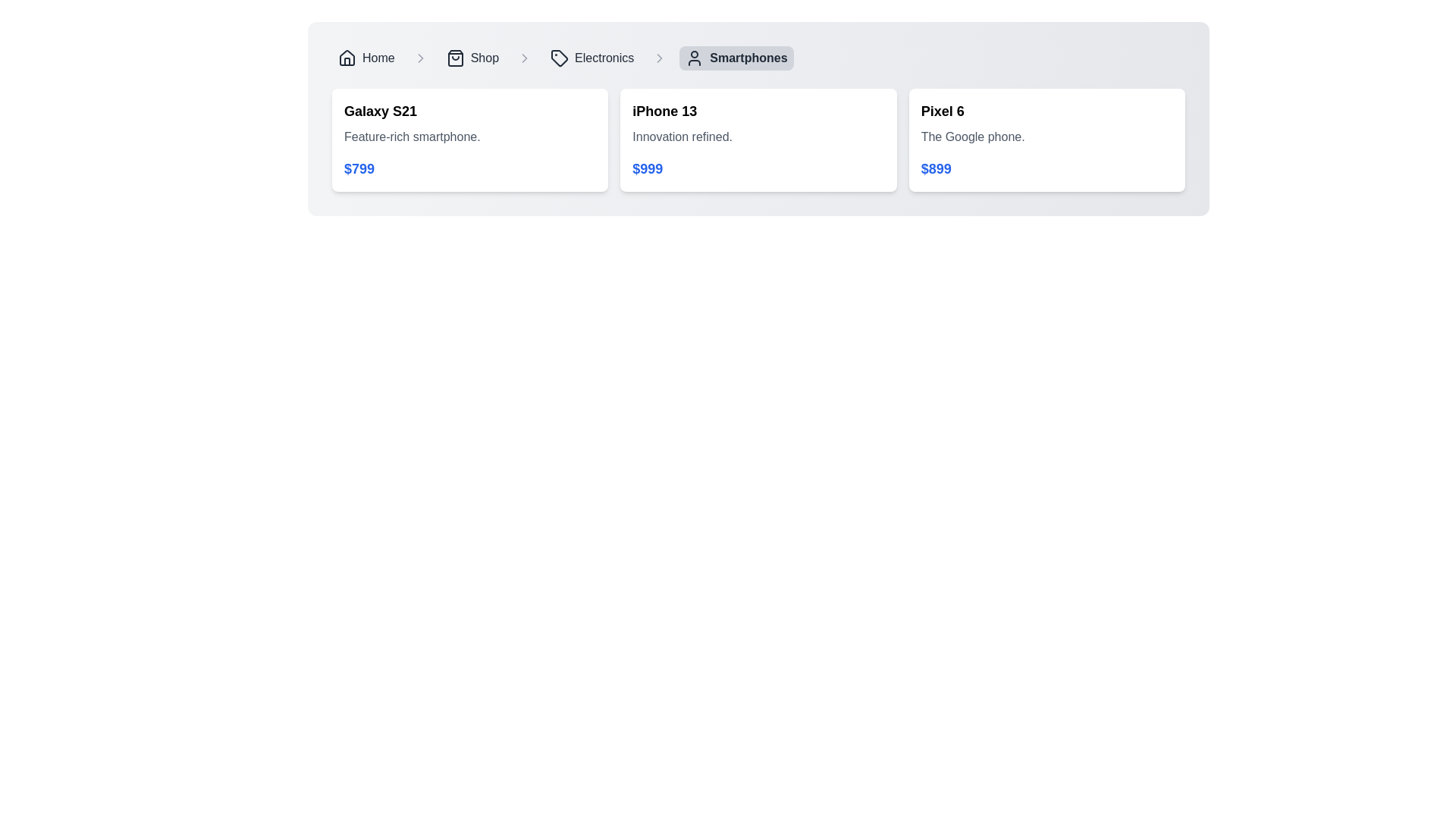 This screenshot has height=819, width=1456. I want to click on the Information Card displaying 'iPhone 13', which is the second card in a horizontal list of three cards, with a white background and shadowing, so click(758, 140).